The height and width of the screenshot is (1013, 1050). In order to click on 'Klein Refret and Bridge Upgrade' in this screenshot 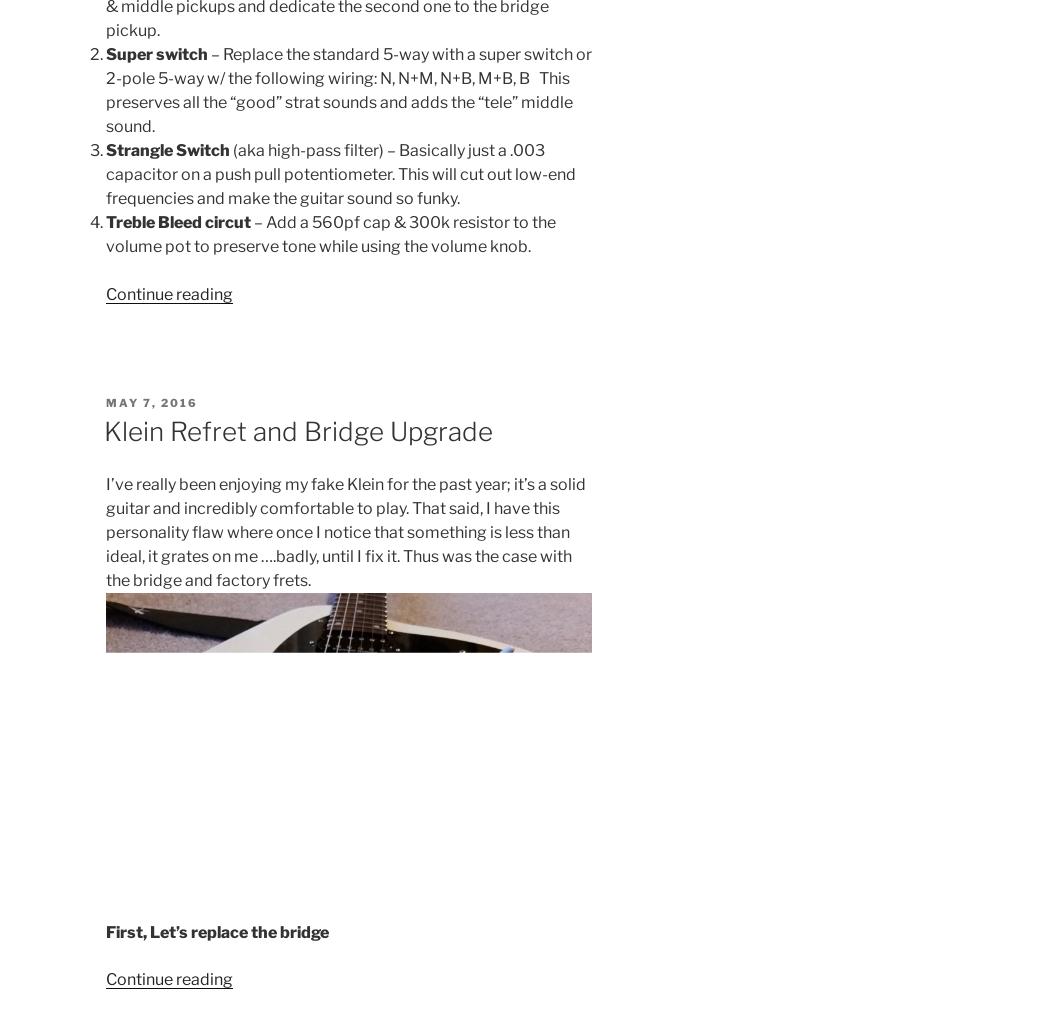, I will do `click(296, 430)`.